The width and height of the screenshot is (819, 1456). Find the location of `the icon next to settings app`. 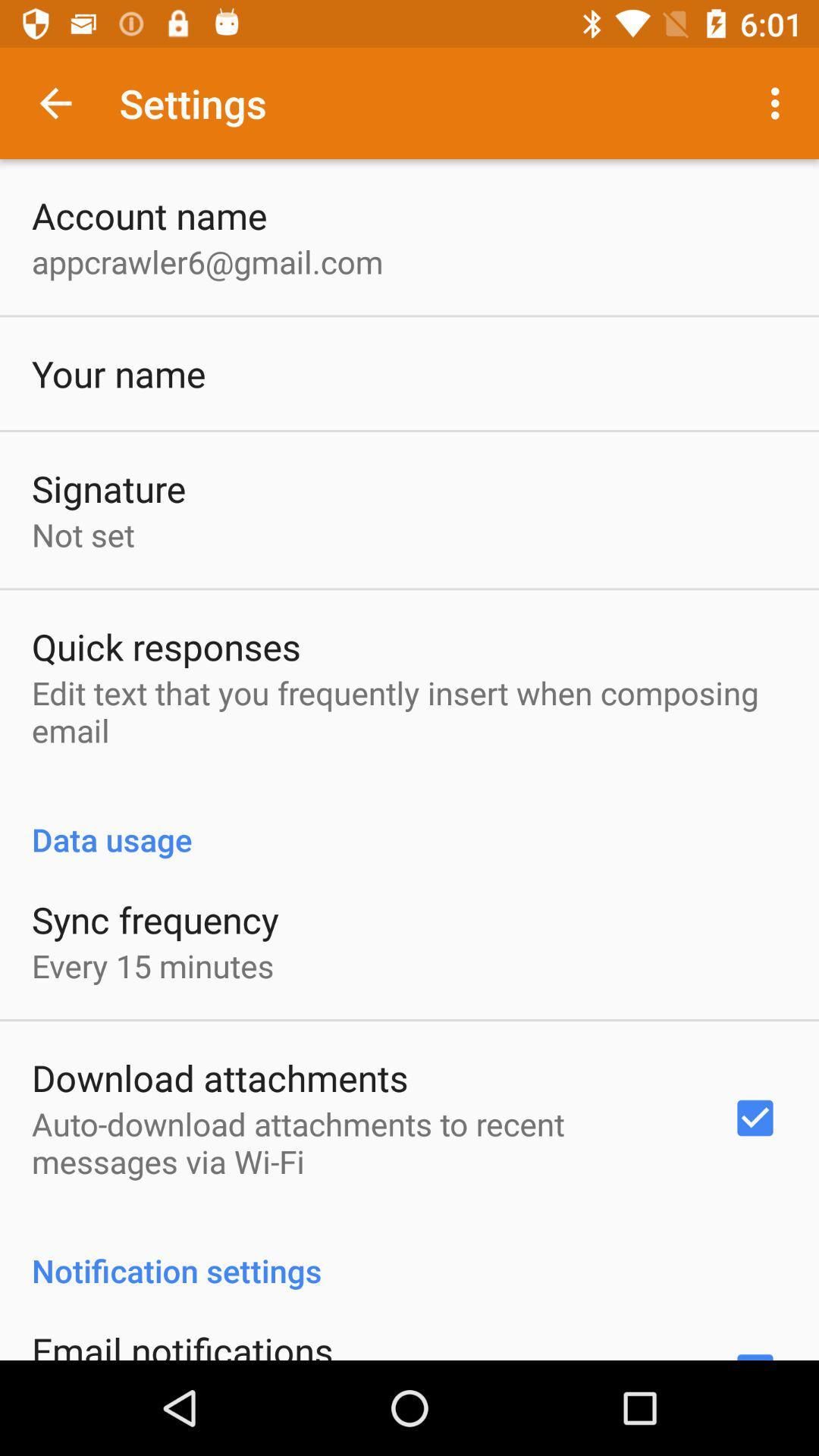

the icon next to settings app is located at coordinates (55, 102).